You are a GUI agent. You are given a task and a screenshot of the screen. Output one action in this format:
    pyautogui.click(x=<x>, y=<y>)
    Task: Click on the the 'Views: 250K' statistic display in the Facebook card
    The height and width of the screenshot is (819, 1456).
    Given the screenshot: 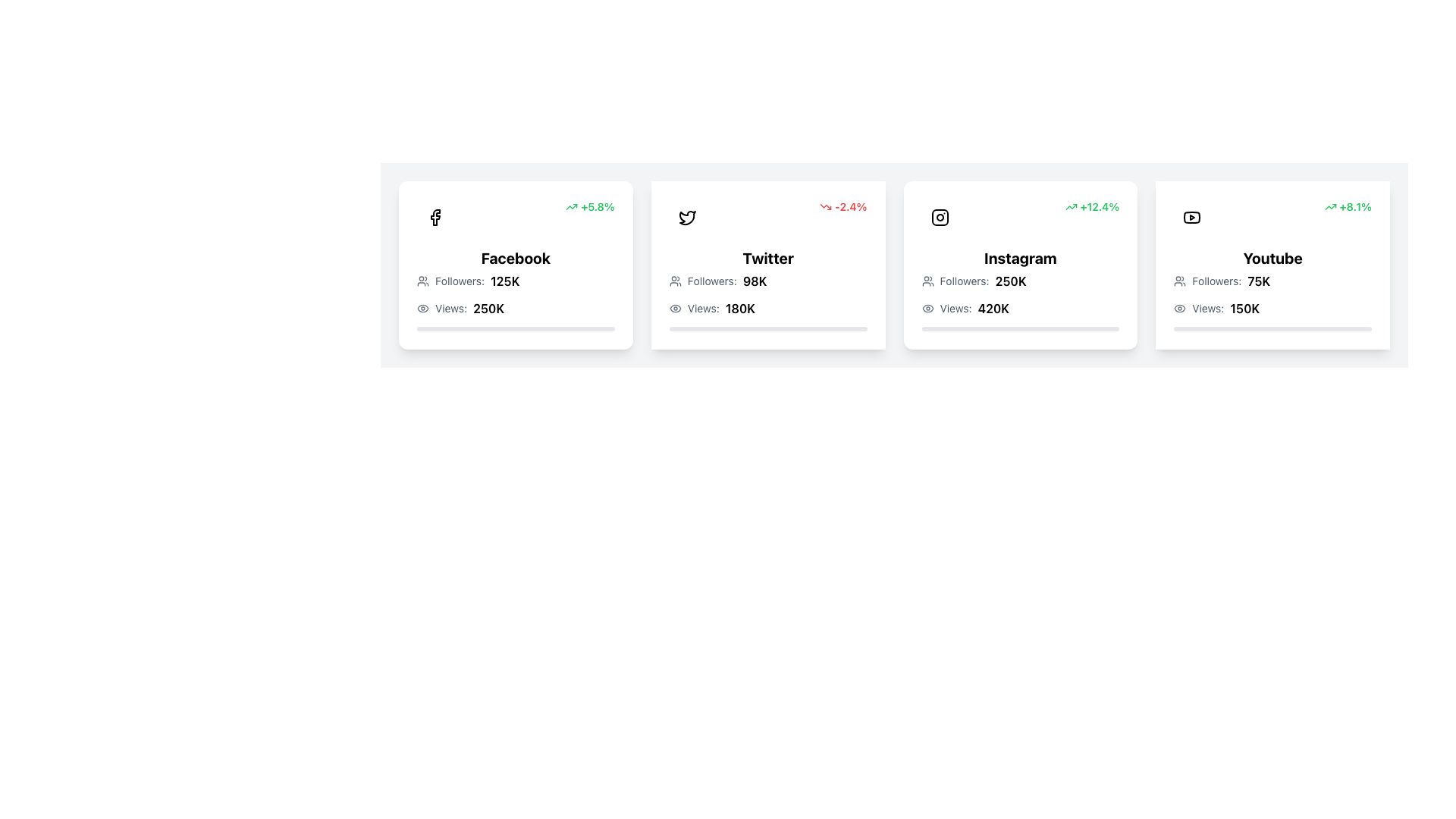 What is the action you would take?
    pyautogui.click(x=516, y=308)
    